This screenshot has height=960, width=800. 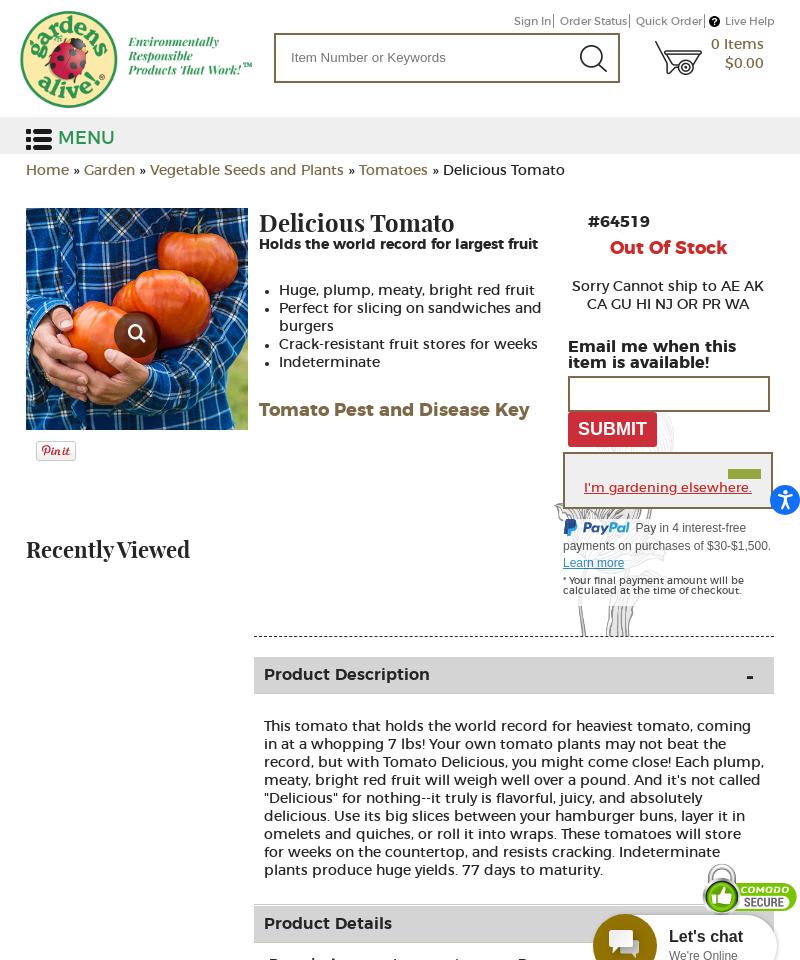 I want to click on 'Out Of Stock', so click(x=667, y=248).